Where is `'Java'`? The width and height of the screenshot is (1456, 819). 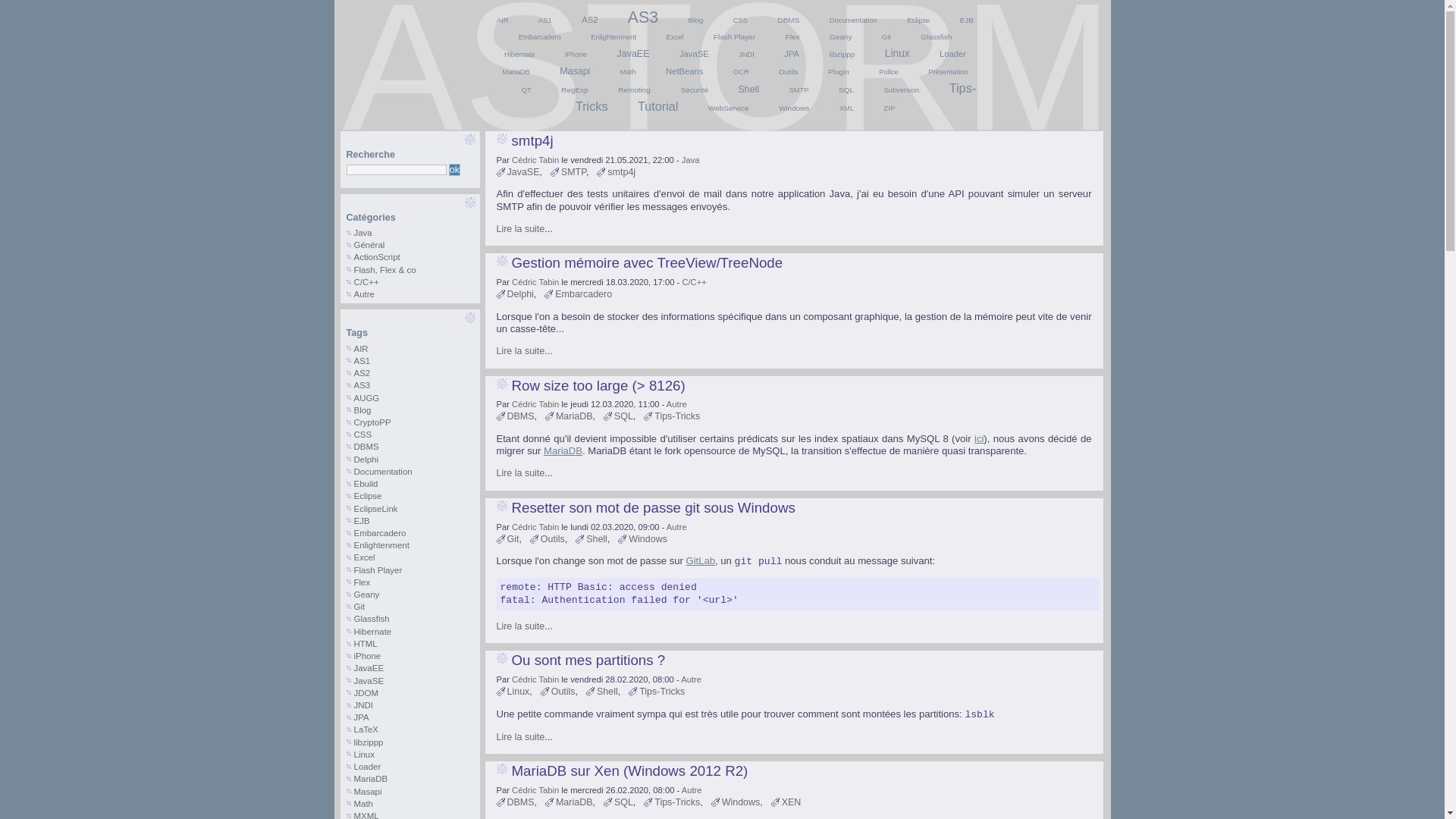 'Java' is located at coordinates (690, 160).